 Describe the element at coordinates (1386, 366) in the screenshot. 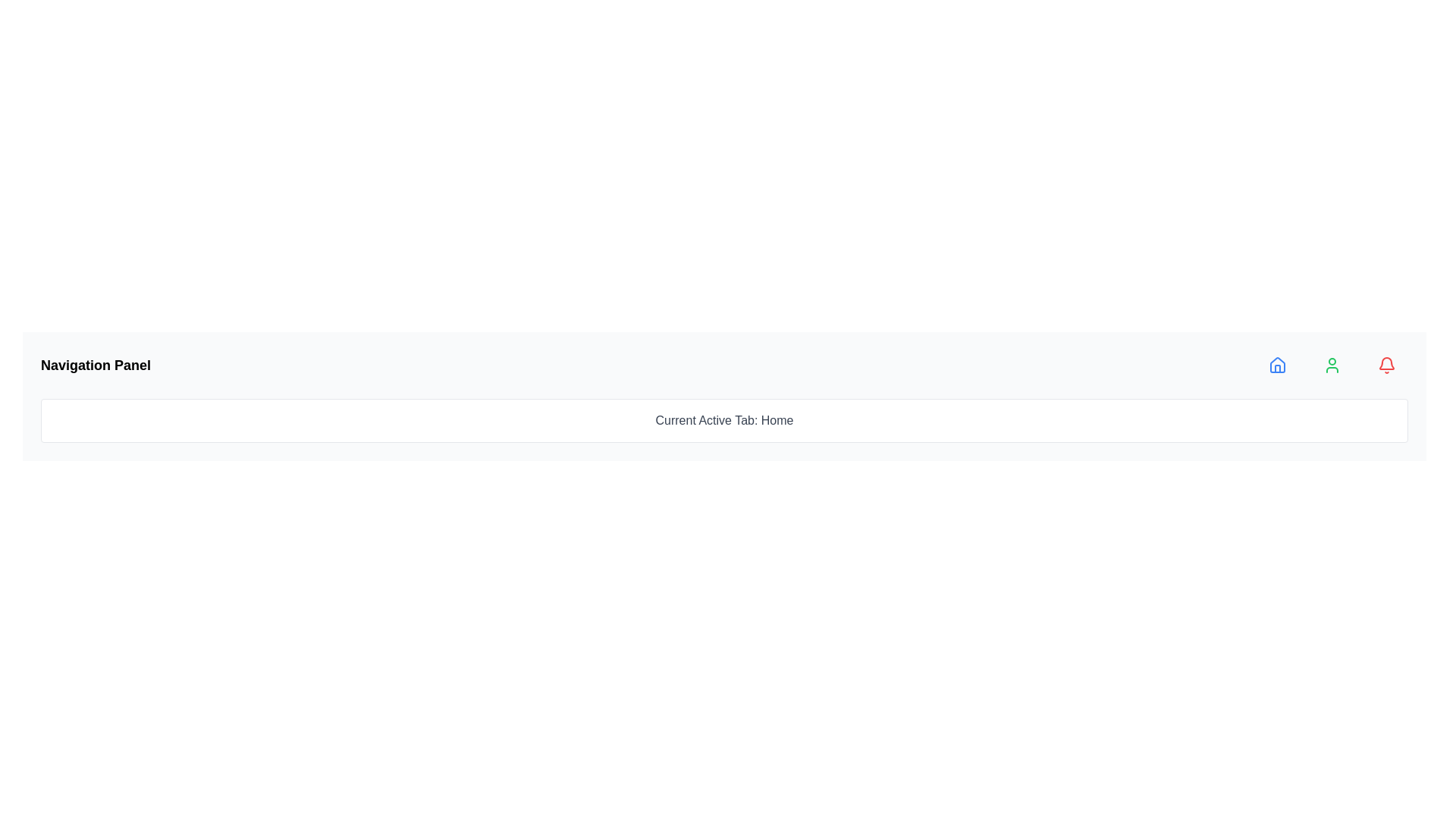

I see `the notification indicator icon located at the far-right end of the top navigation bar` at that location.